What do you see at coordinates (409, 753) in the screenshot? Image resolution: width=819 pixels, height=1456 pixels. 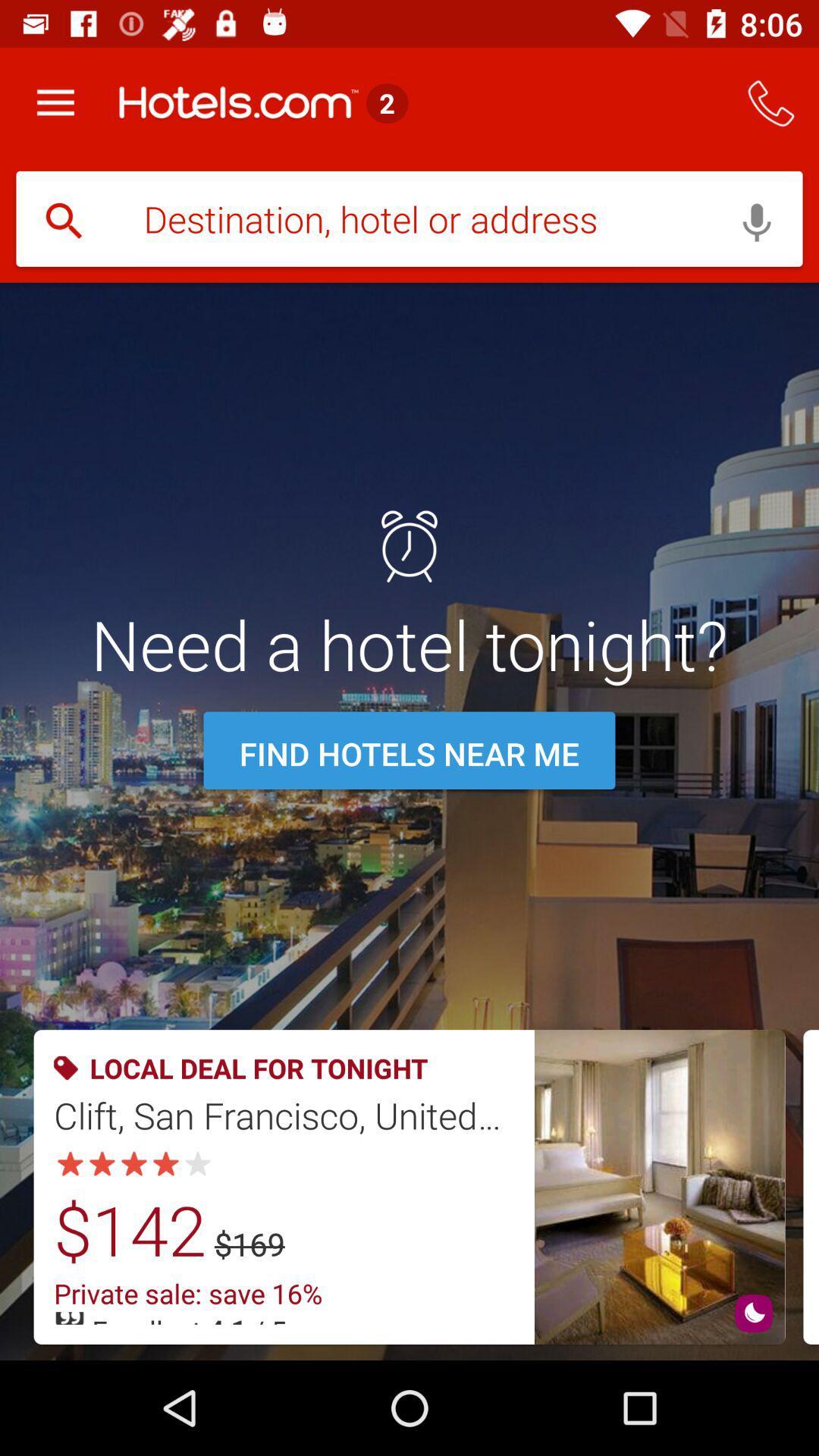 I see `the find hotels near` at bounding box center [409, 753].